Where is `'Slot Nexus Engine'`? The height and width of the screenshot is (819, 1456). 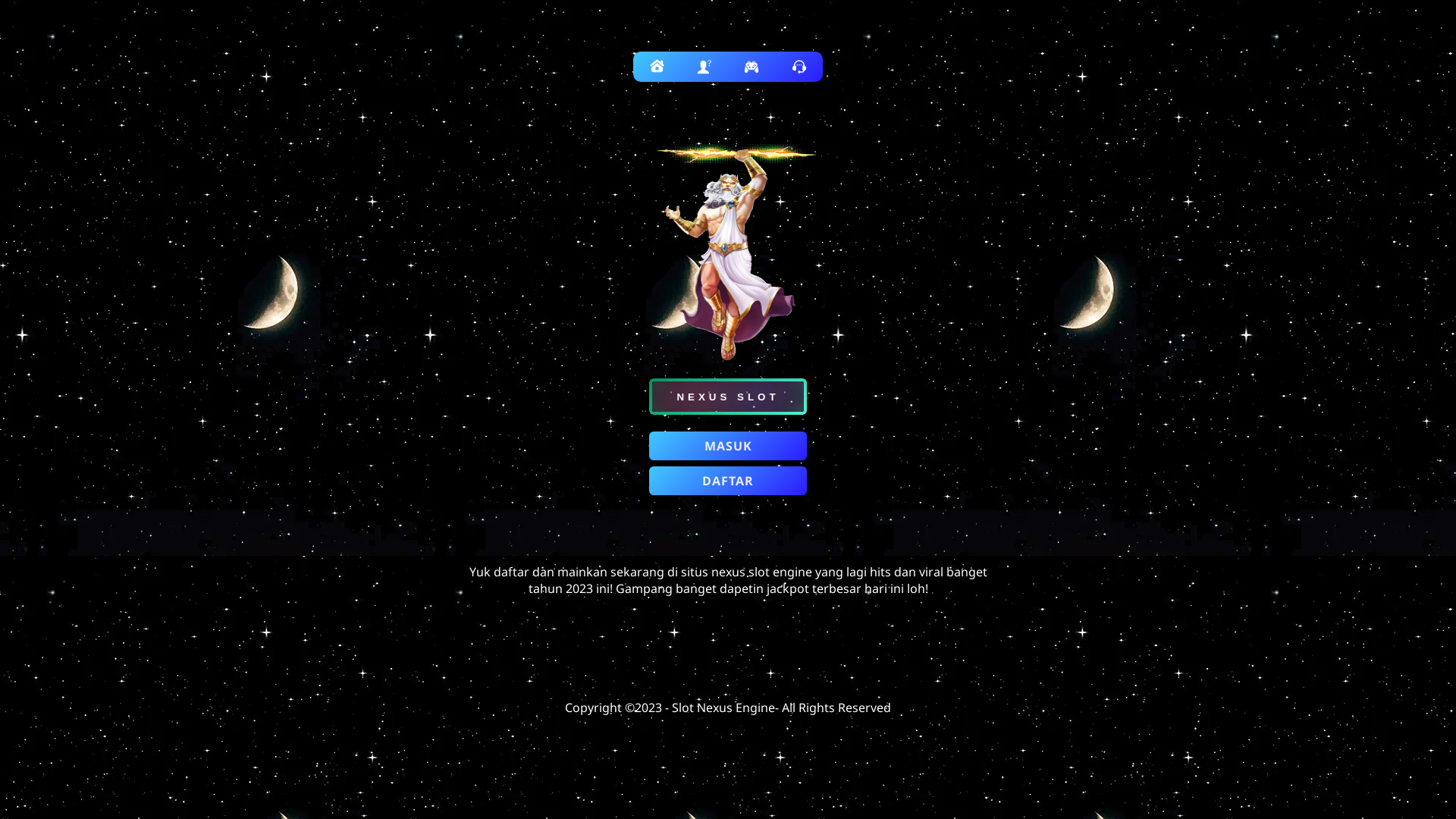
'Slot Nexus Engine' is located at coordinates (671, 708).